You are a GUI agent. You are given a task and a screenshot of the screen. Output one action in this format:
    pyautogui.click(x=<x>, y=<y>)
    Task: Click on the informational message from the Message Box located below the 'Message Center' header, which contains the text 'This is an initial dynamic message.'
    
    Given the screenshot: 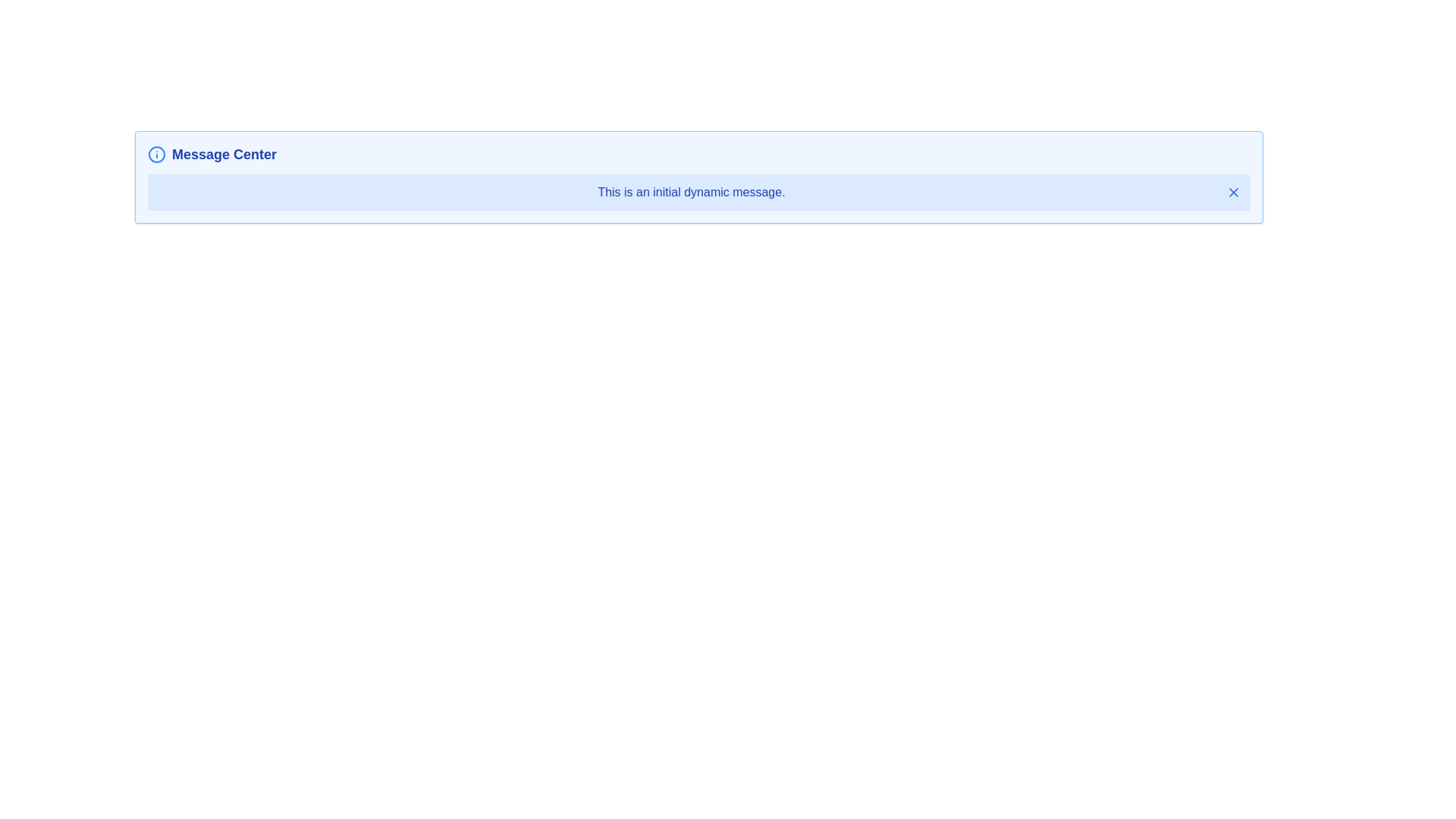 What is the action you would take?
    pyautogui.click(x=698, y=192)
    